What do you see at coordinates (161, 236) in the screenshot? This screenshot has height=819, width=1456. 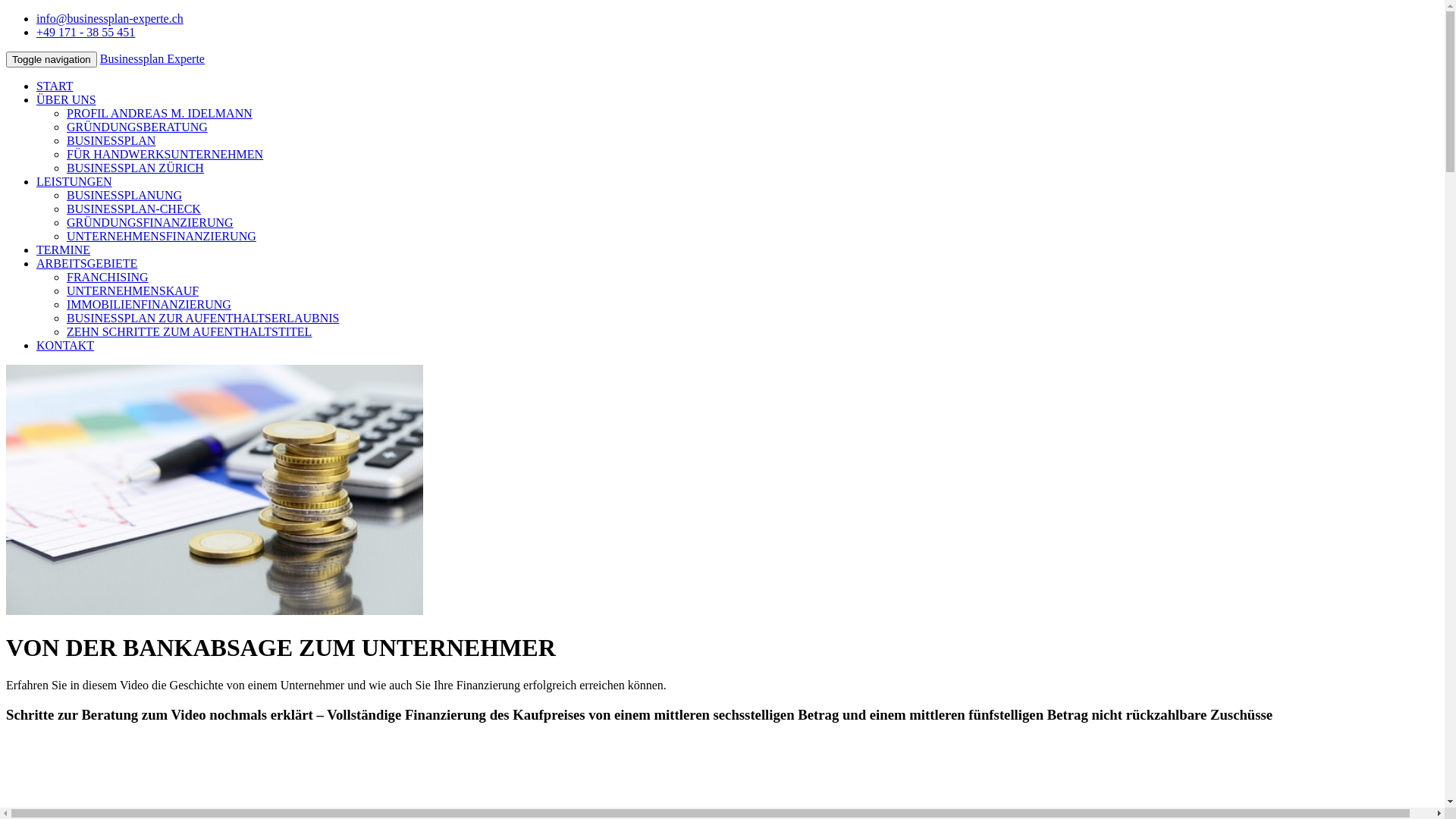 I see `'UNTERNEHMENSFINANZIERUNG'` at bounding box center [161, 236].